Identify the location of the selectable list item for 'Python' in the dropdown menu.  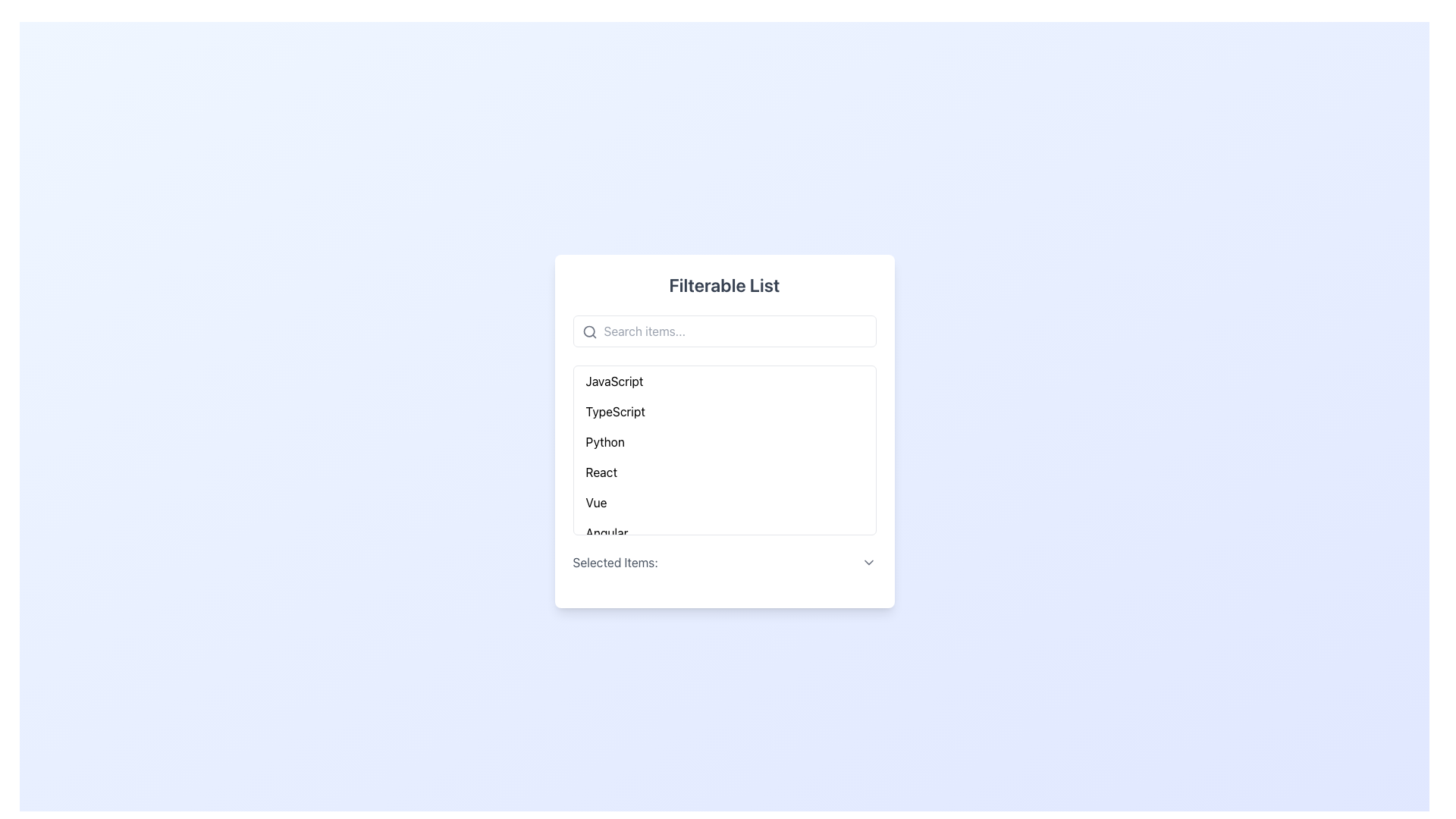
(604, 441).